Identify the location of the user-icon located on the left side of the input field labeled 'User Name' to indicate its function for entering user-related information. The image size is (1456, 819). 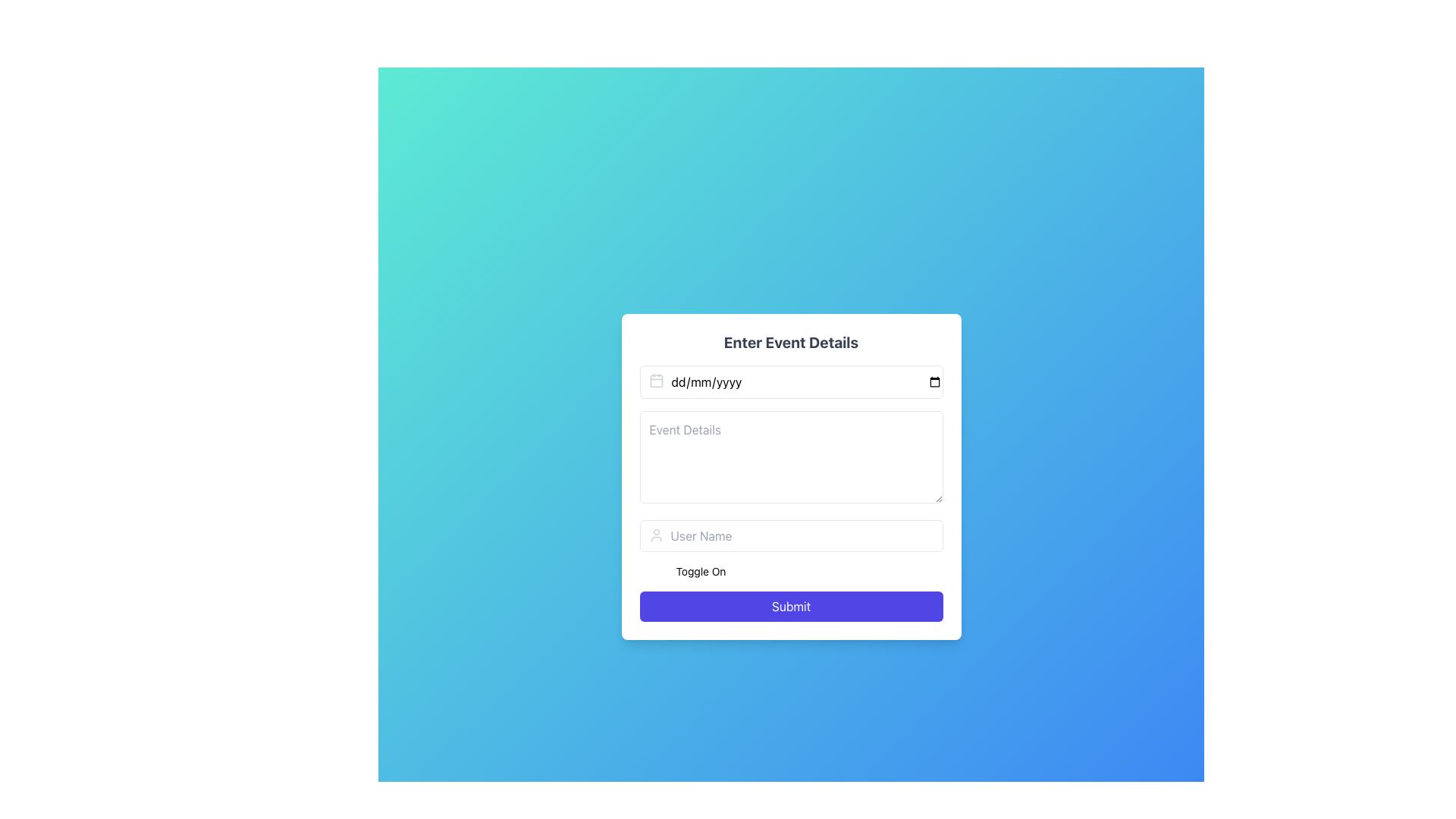
(656, 534).